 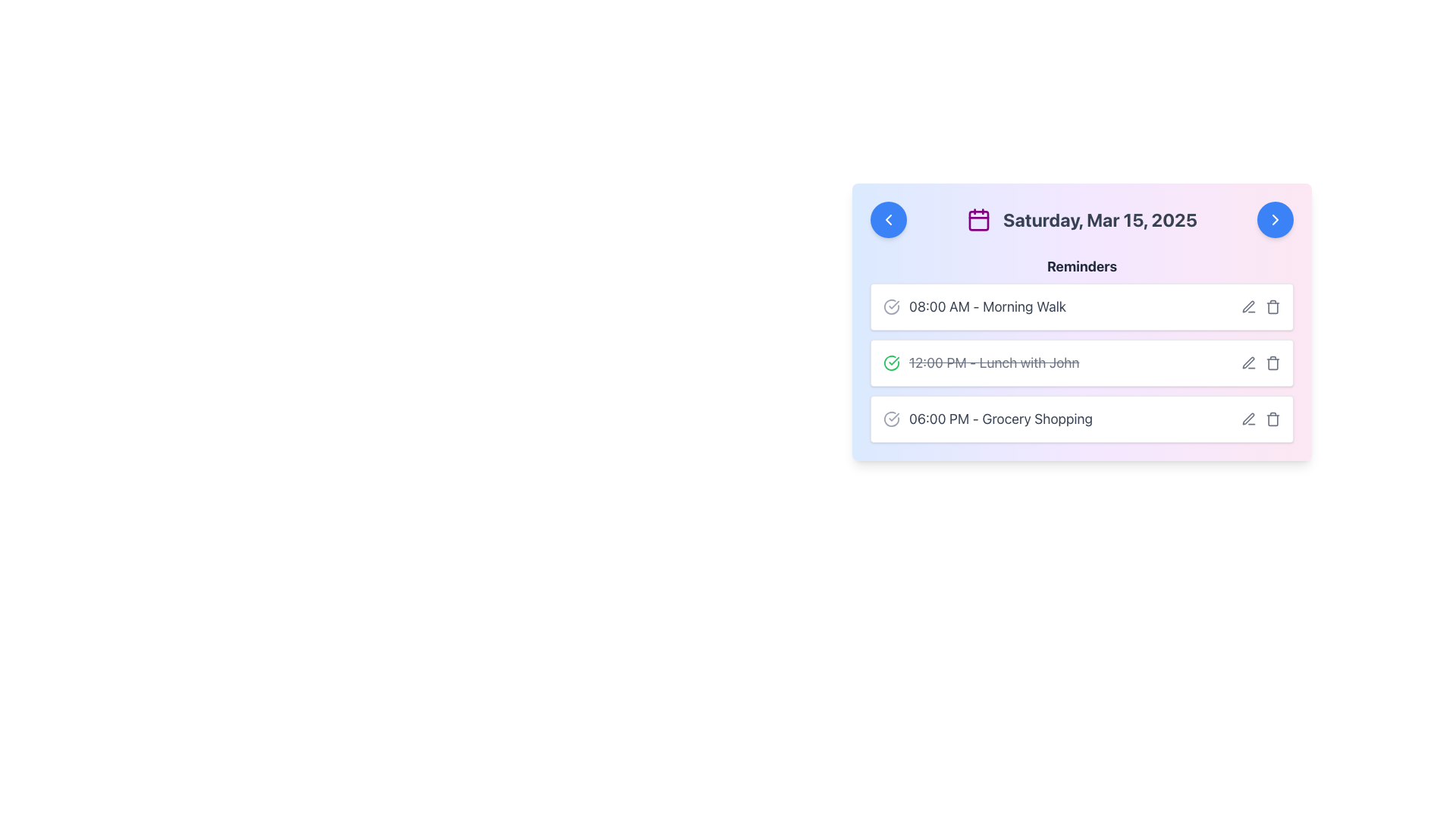 I want to click on the Text Label displaying the completed reminder task '12:00 PM - Lunch with John', which is visually indicated with a strikethrough style and is located in the second row of the reminders list, so click(x=981, y=362).